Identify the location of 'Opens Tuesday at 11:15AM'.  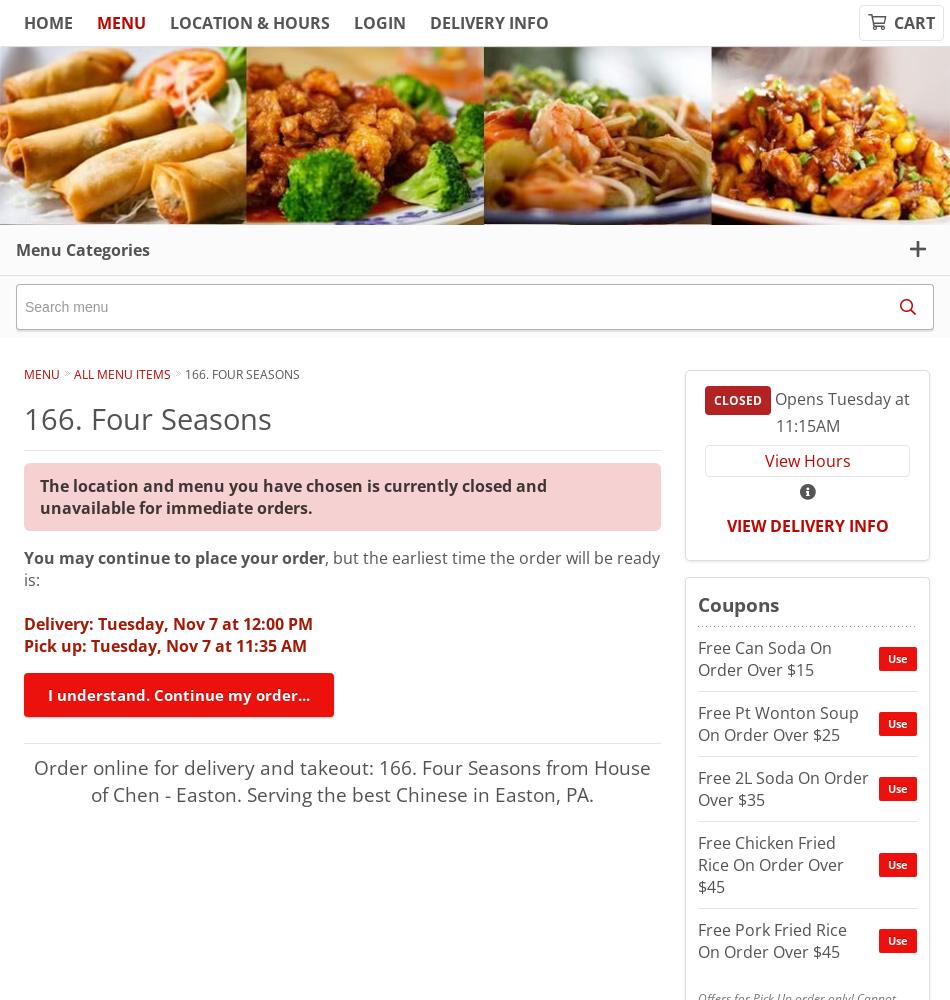
(839, 412).